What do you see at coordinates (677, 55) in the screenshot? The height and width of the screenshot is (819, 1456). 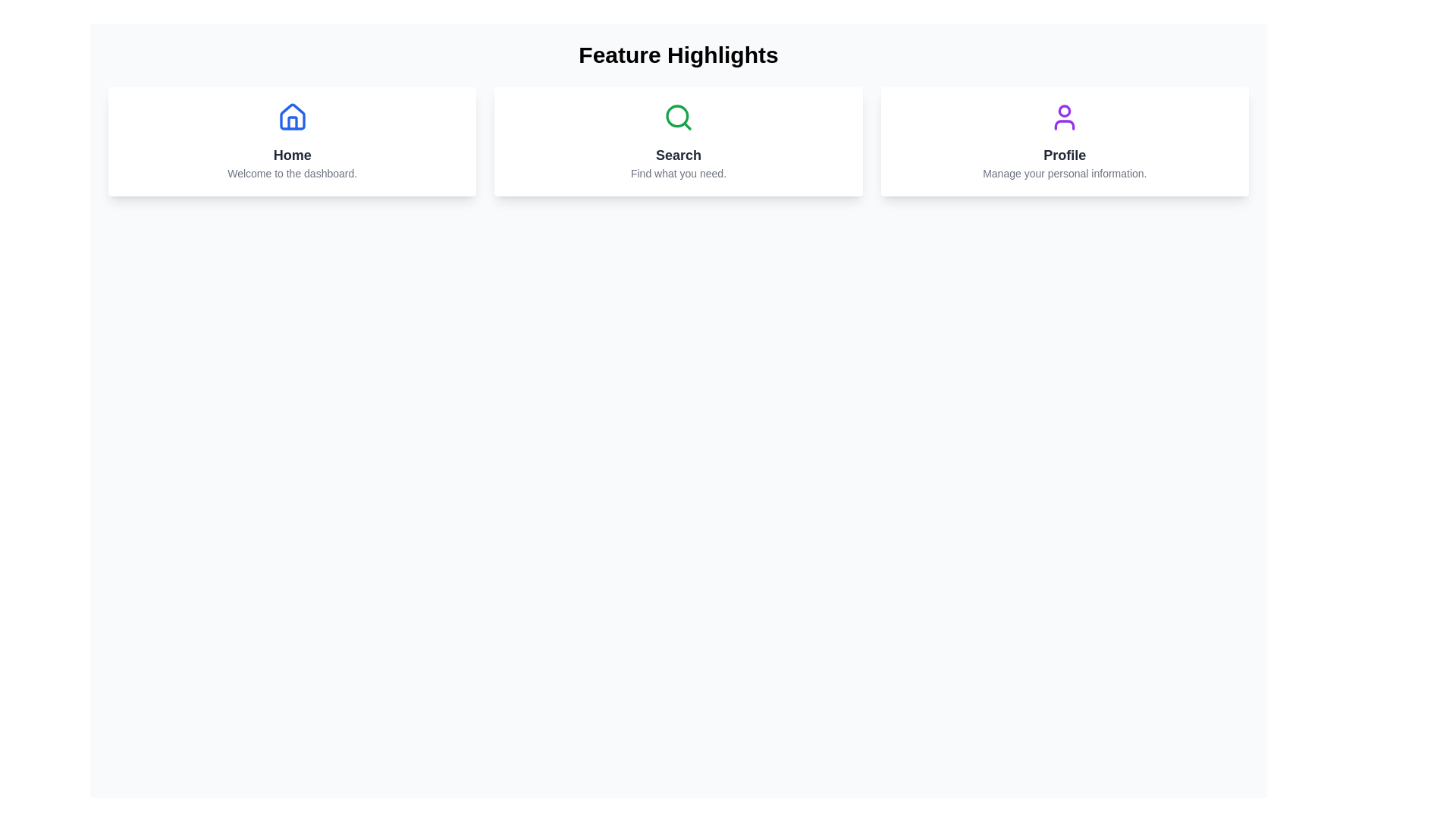 I see `the Header text element titled 'Feature Highlights', which is a large, bold, center-aligned text prominently displayed at the top of the interface` at bounding box center [677, 55].